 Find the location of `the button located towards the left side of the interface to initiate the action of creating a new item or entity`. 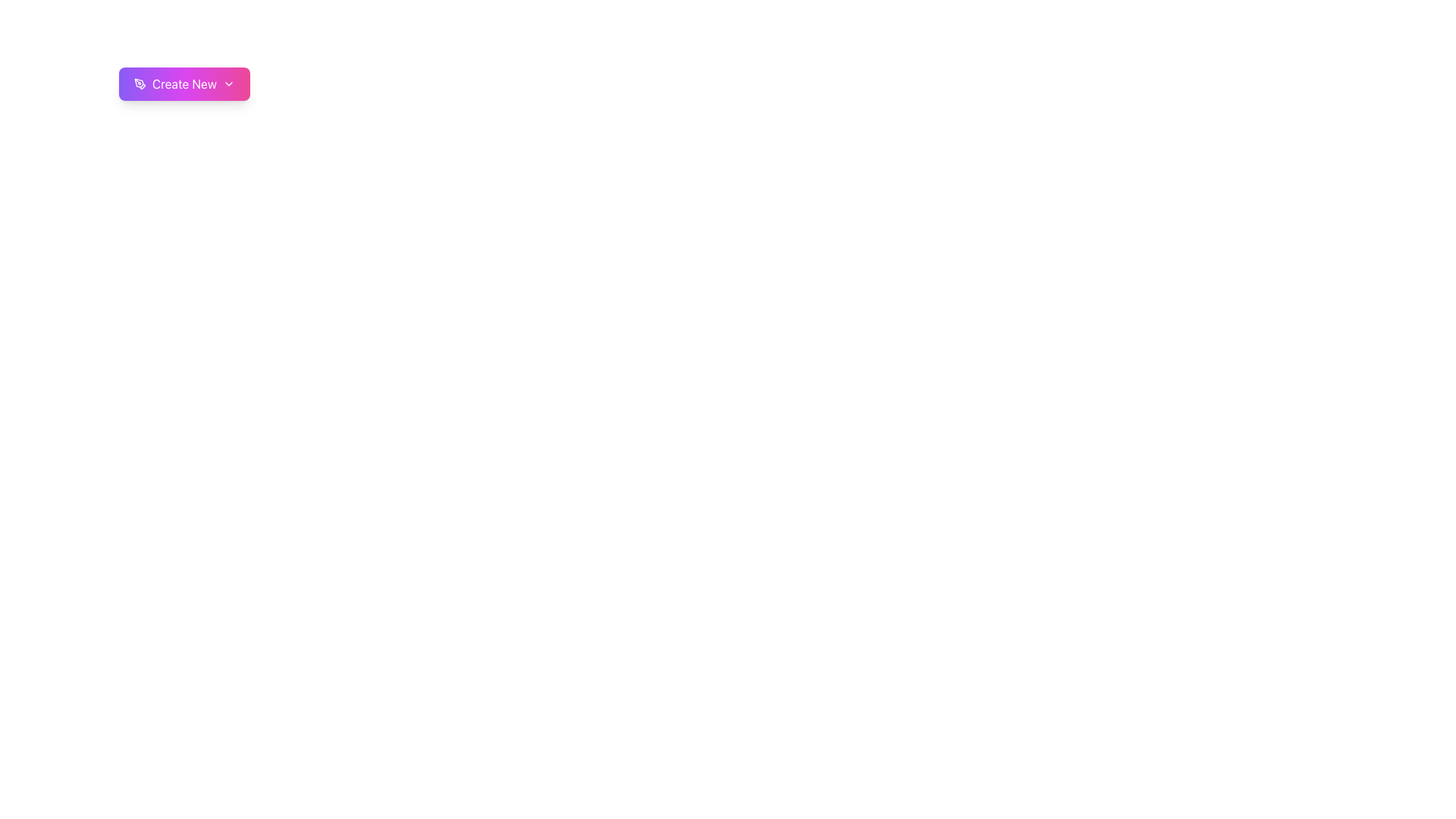

the button located towards the left side of the interface to initiate the action of creating a new item or entity is located at coordinates (184, 84).